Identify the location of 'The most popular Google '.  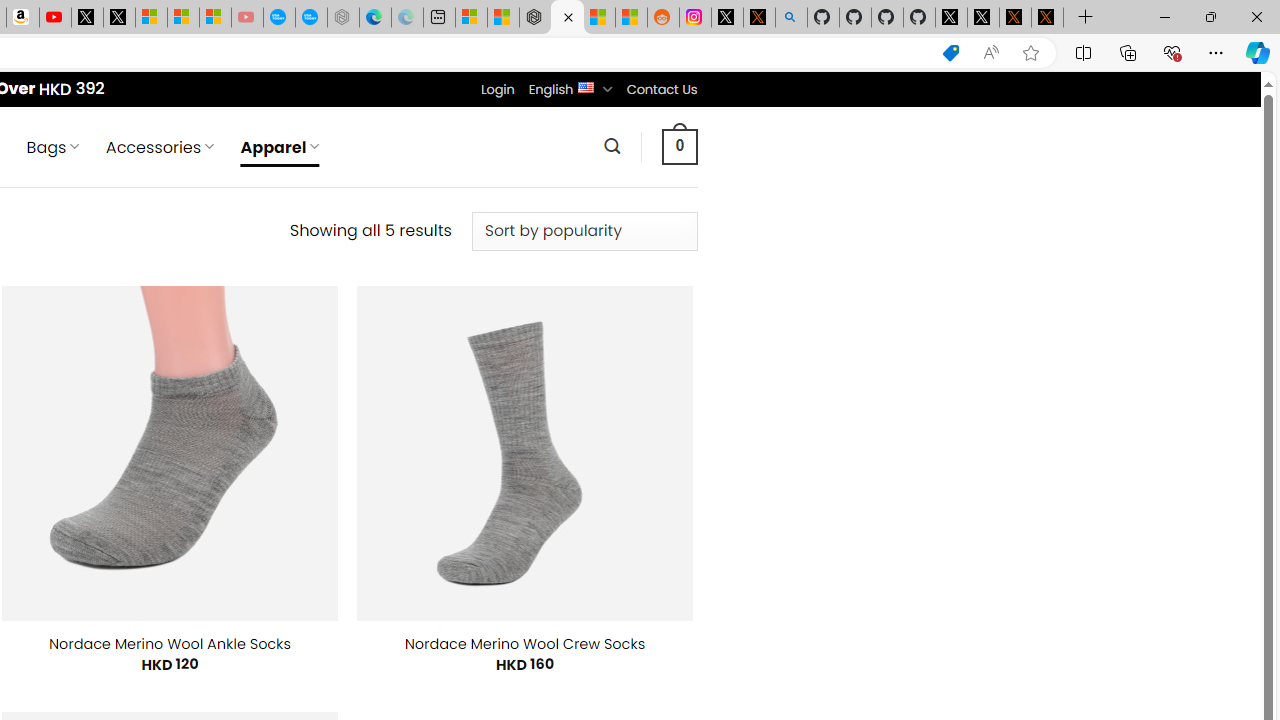
(310, 17).